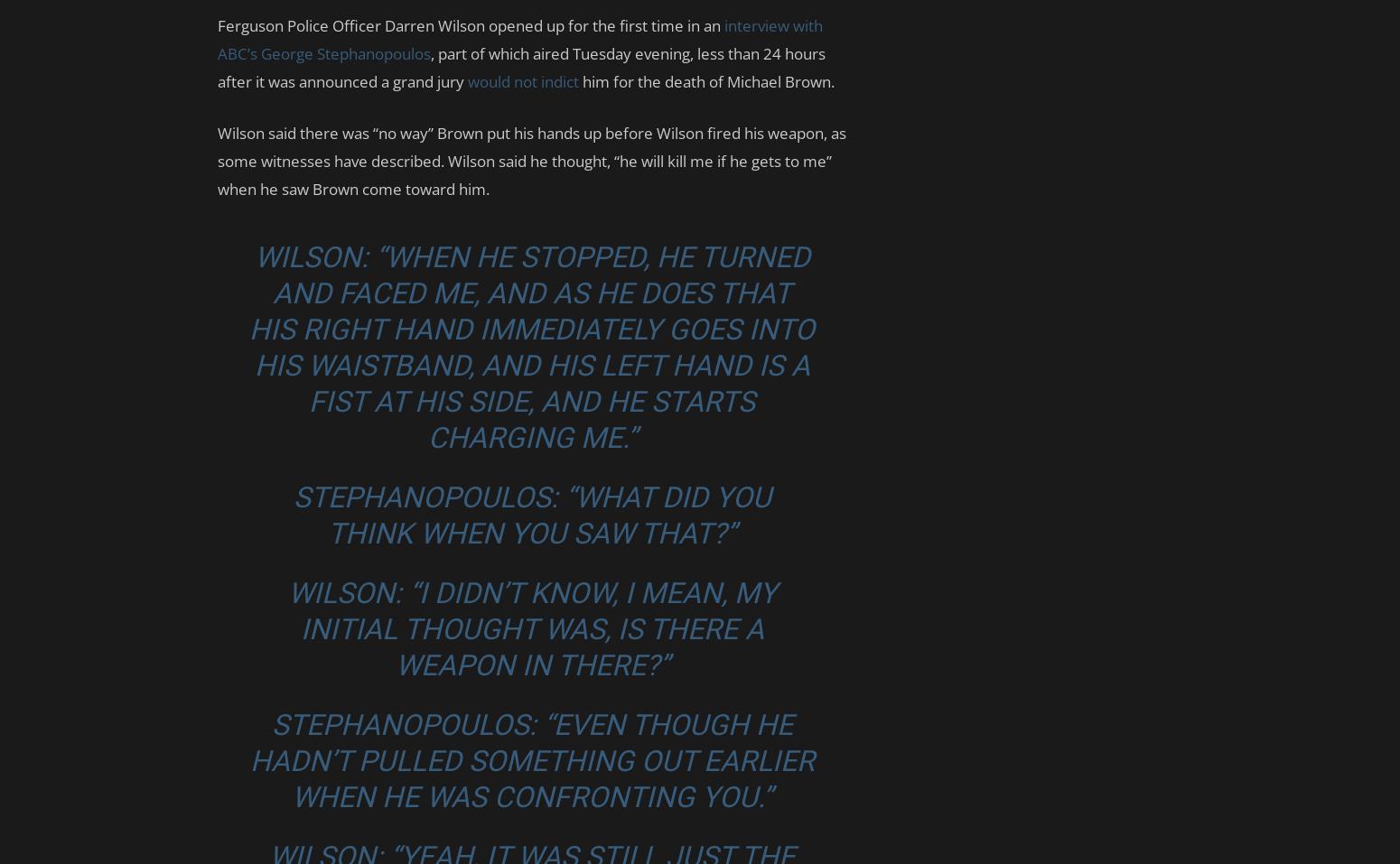  Describe the element at coordinates (532, 347) in the screenshot. I see `'Wilson: “When he stopped, he turned and faced me, and as he does that his right hand immediately goes into his waistband, and his left hand is a fist at his side, and he starts charging me.”'` at that location.